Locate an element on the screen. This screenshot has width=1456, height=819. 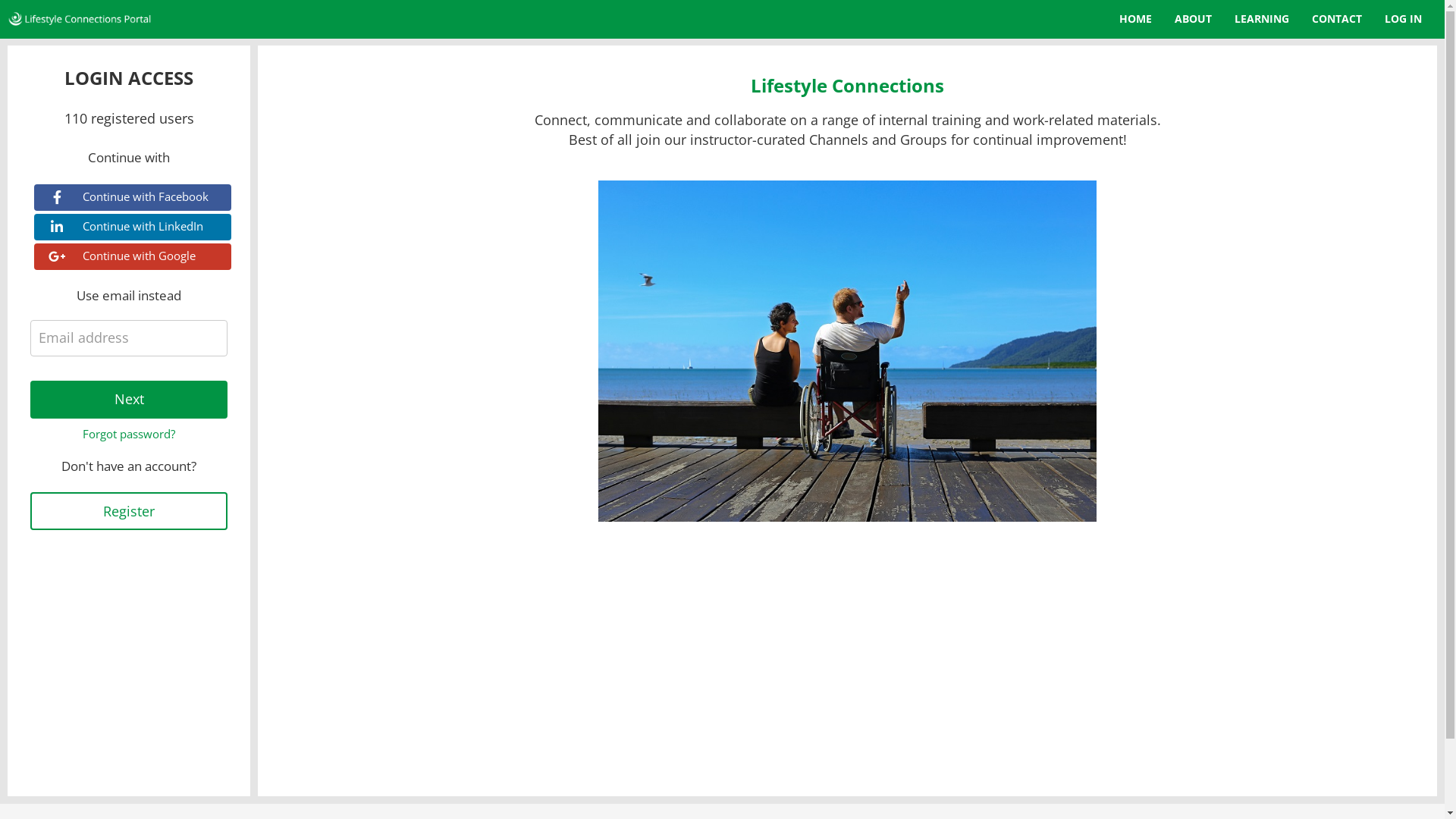
'HOME' is located at coordinates (1135, 19).